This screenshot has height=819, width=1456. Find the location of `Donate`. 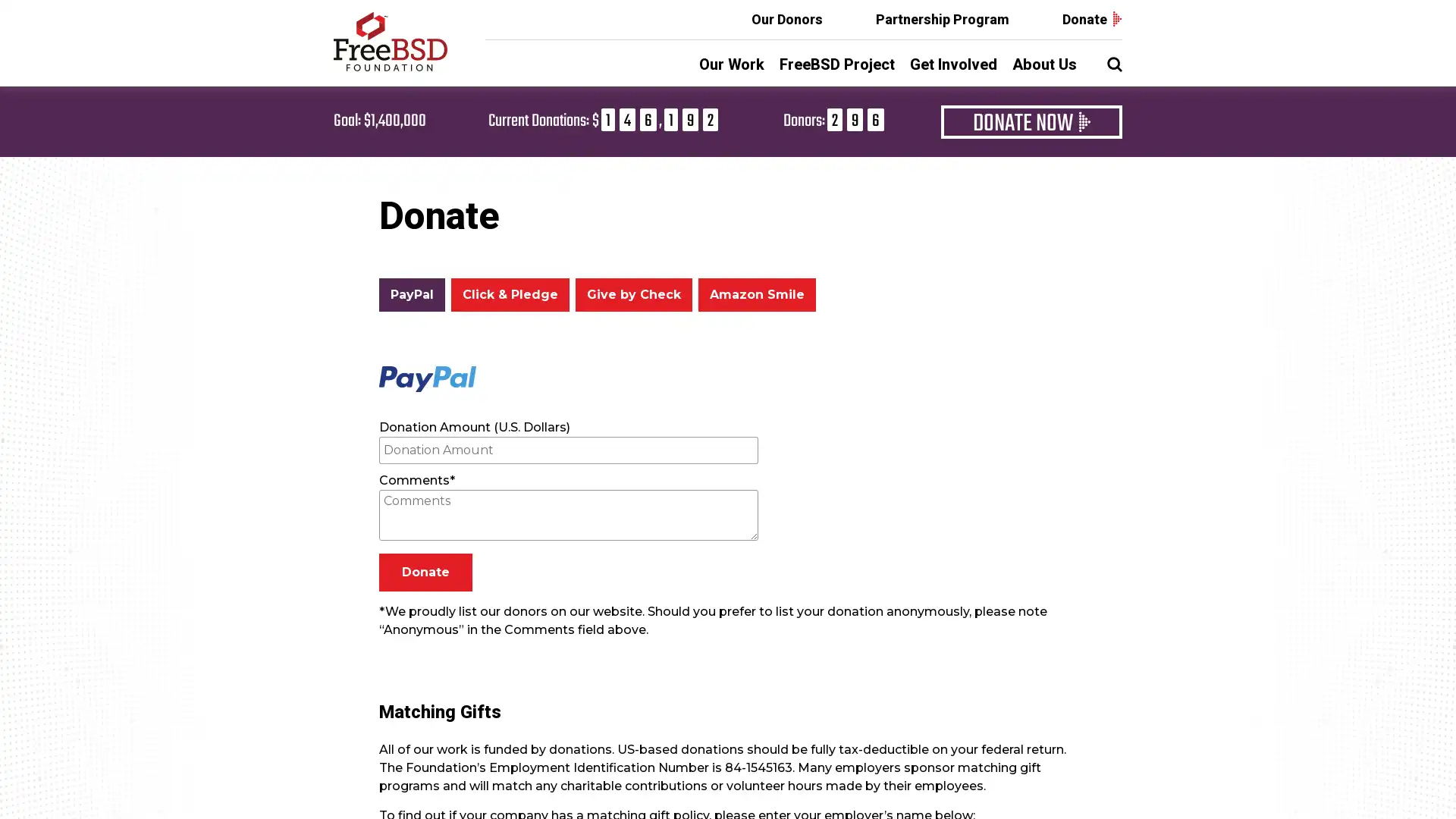

Donate is located at coordinates (425, 573).